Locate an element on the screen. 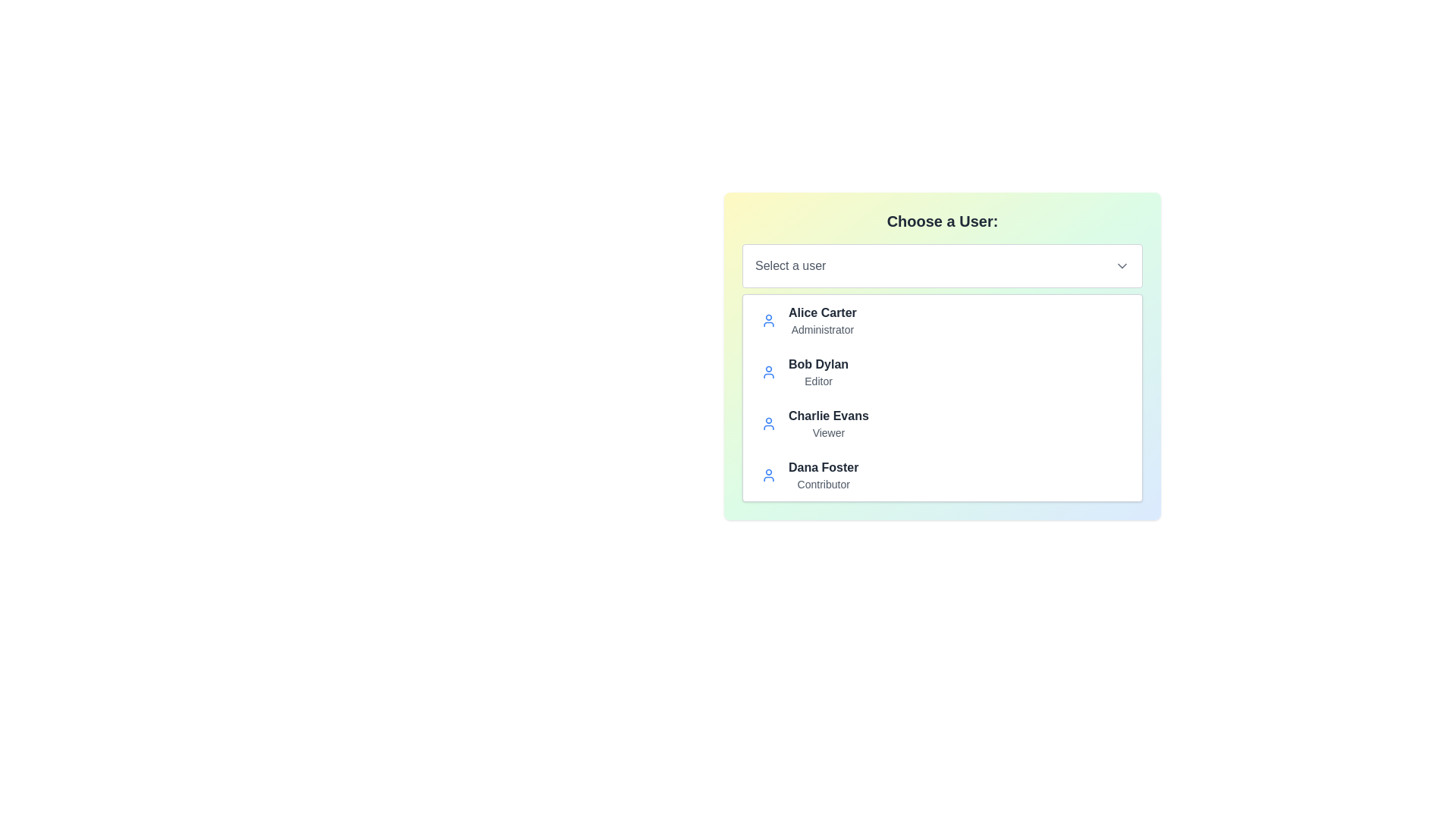 The height and width of the screenshot is (819, 1456). the user profile icon representing 'Alice Carter, Administrator', which is a blue silhouette icon positioned to the left of the text in the user selection dropdown is located at coordinates (768, 320).